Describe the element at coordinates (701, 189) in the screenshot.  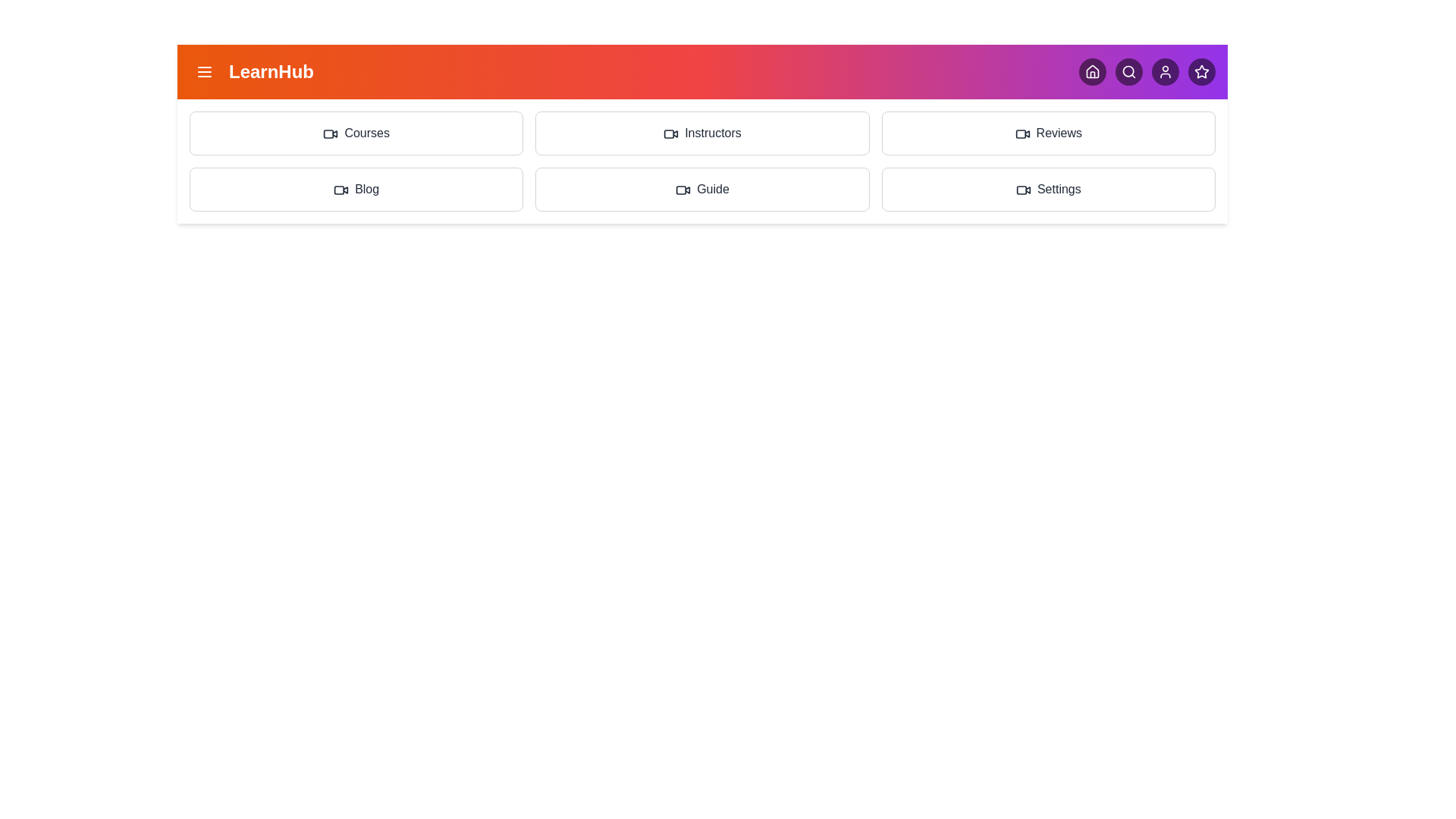
I see `the menu item Guide` at that location.